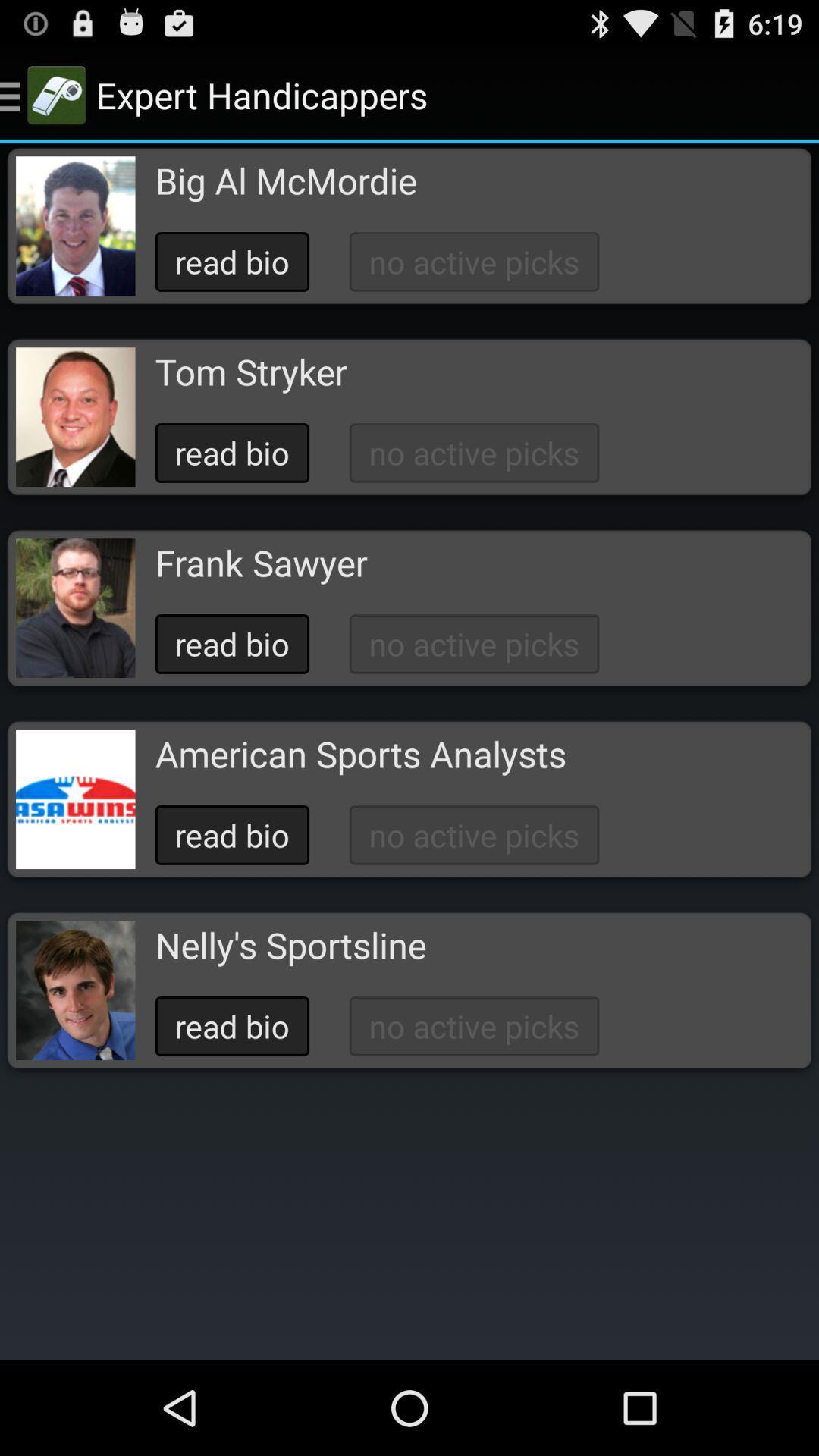 The image size is (819, 1456). I want to click on app below expert handicappers icon, so click(286, 180).